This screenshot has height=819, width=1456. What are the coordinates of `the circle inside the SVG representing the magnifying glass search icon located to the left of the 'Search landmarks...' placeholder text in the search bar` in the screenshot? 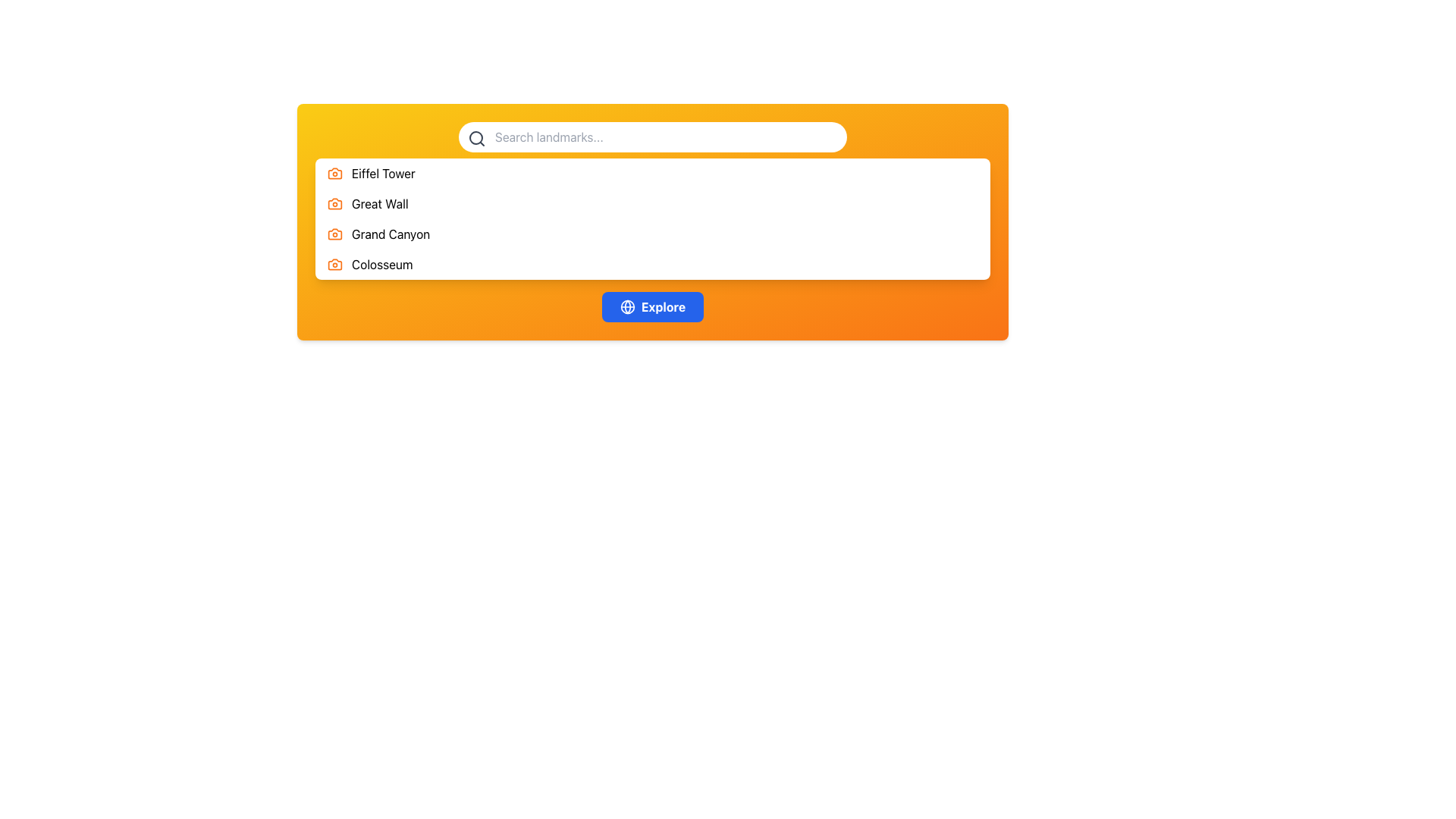 It's located at (475, 137).